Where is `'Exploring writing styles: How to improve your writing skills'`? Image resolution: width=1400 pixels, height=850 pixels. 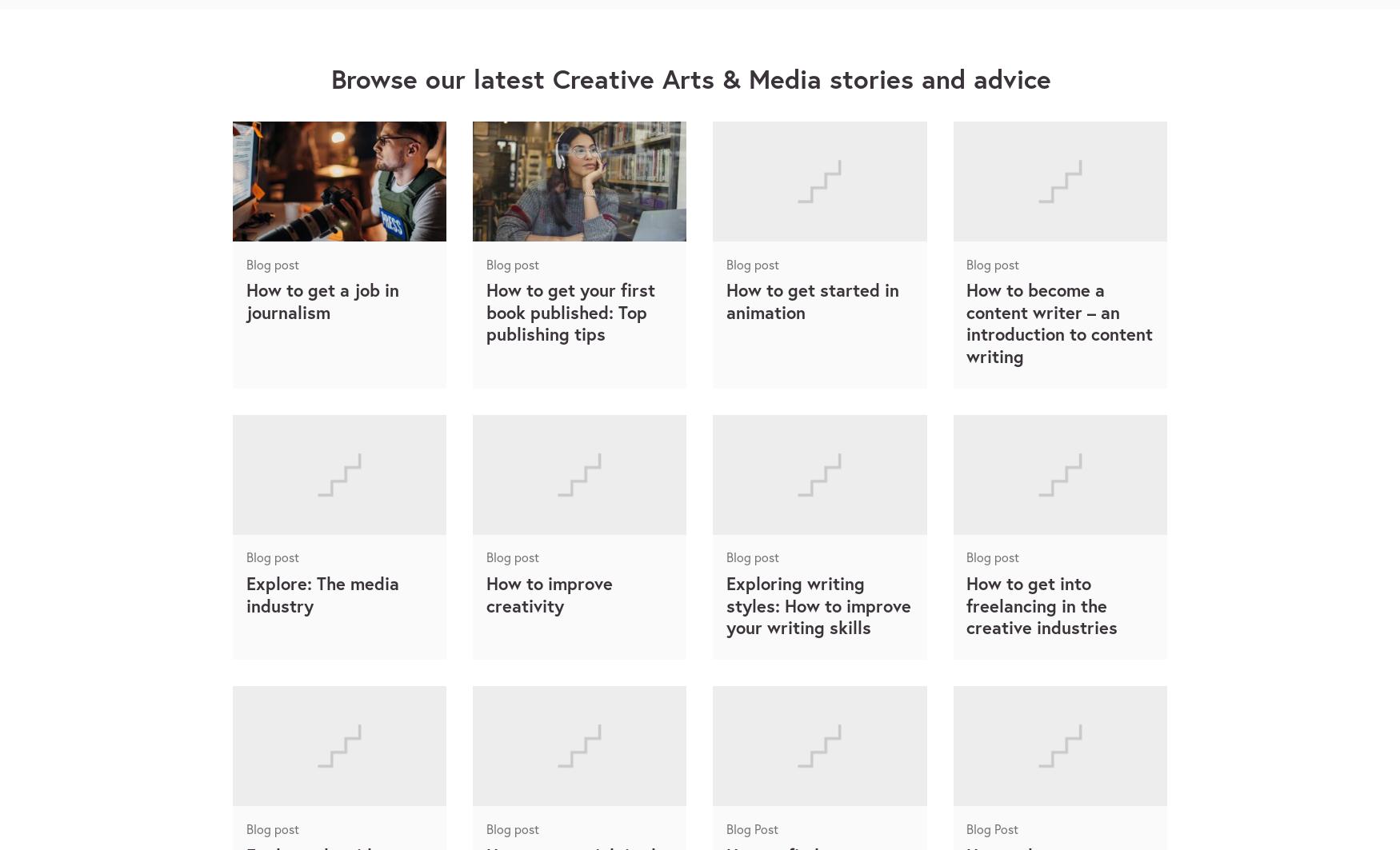
'Exploring writing styles: How to improve your writing skills' is located at coordinates (817, 604).